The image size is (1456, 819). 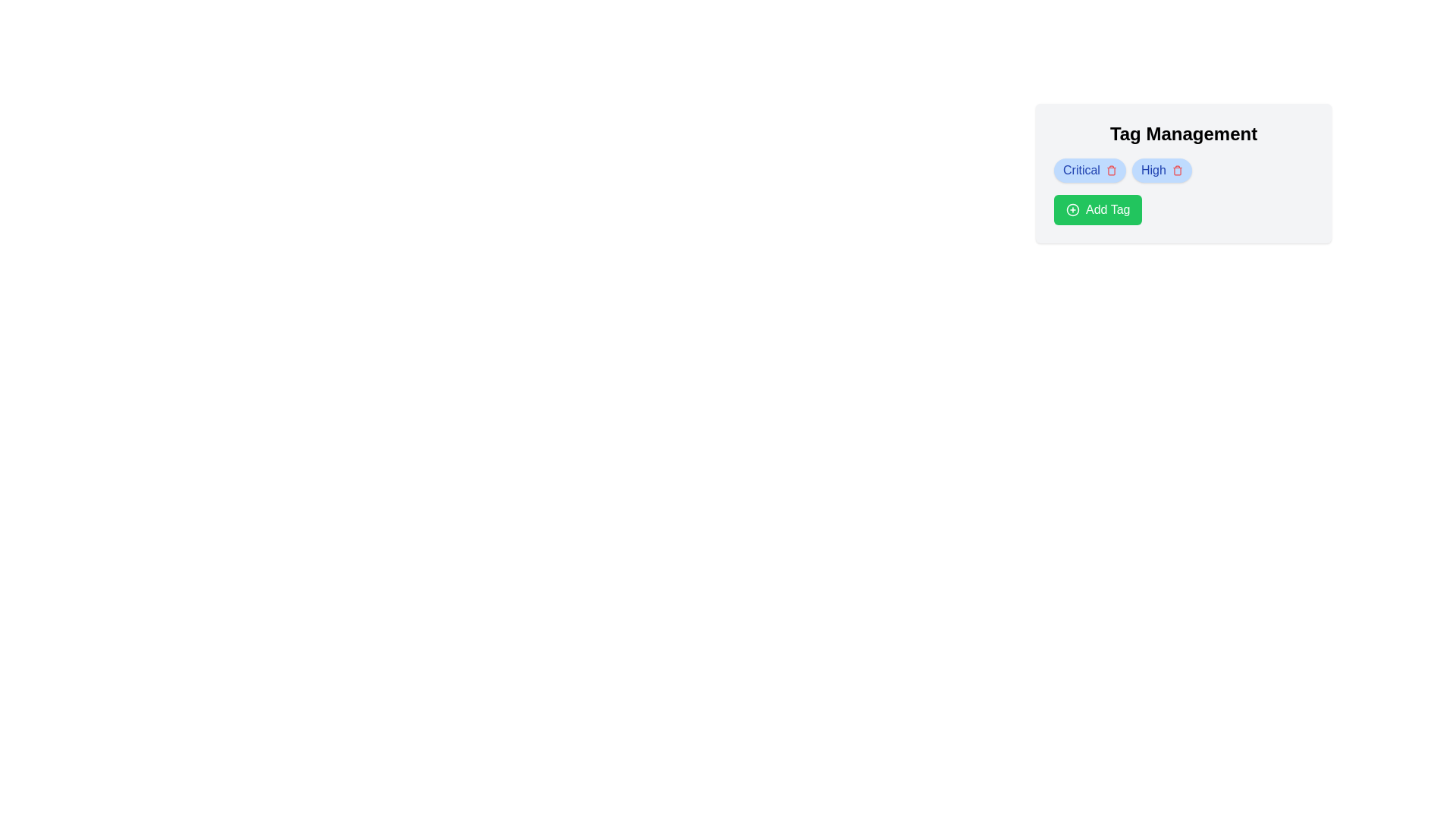 I want to click on the 'Add Tag' button, which is a rectangular button with a green background, rounded edges, and white text, located at the bottom of the 'Tag Management' group, so click(x=1098, y=210).